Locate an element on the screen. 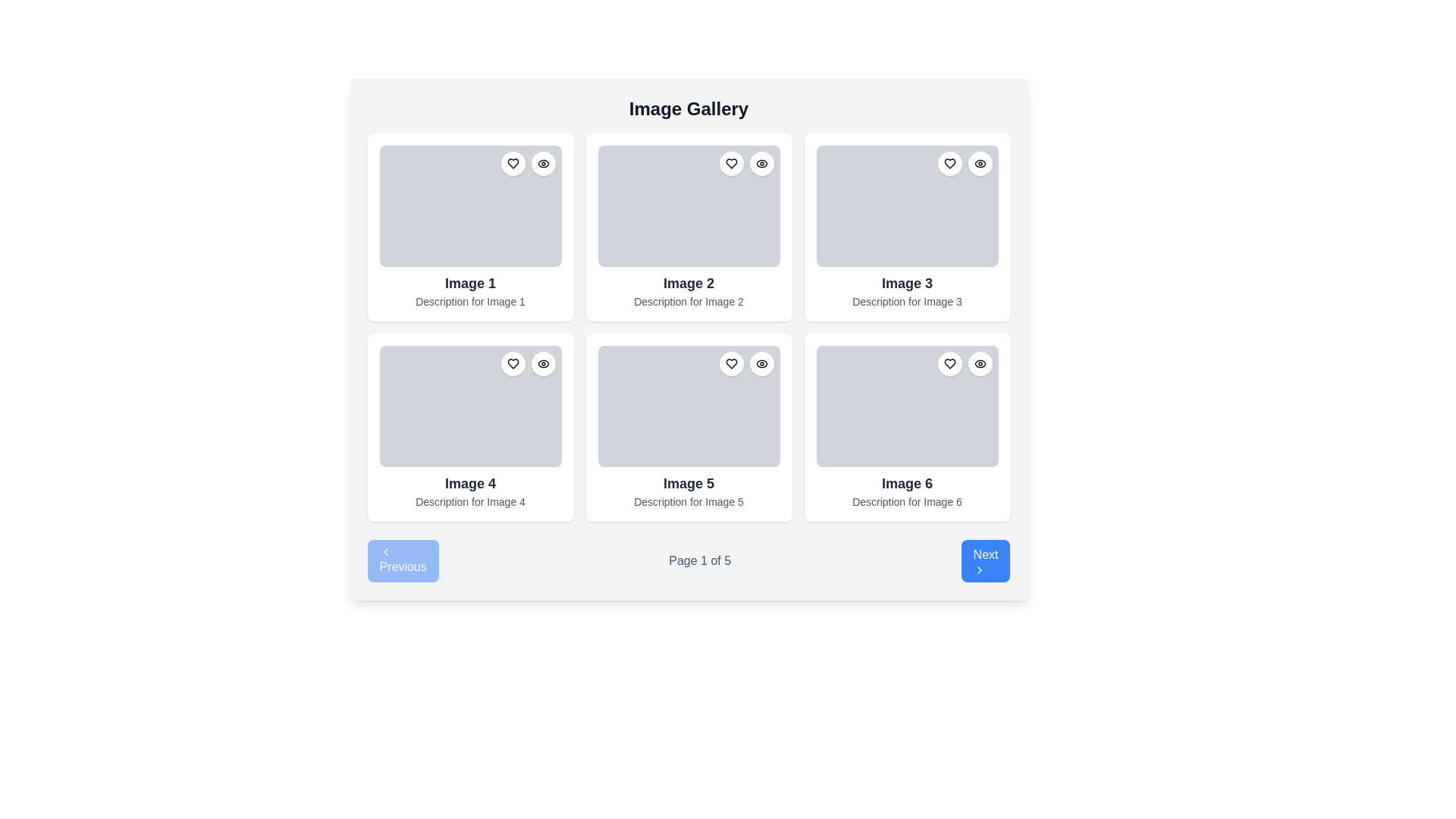 Image resolution: width=1456 pixels, height=819 pixels. the image holder is located at coordinates (907, 206).